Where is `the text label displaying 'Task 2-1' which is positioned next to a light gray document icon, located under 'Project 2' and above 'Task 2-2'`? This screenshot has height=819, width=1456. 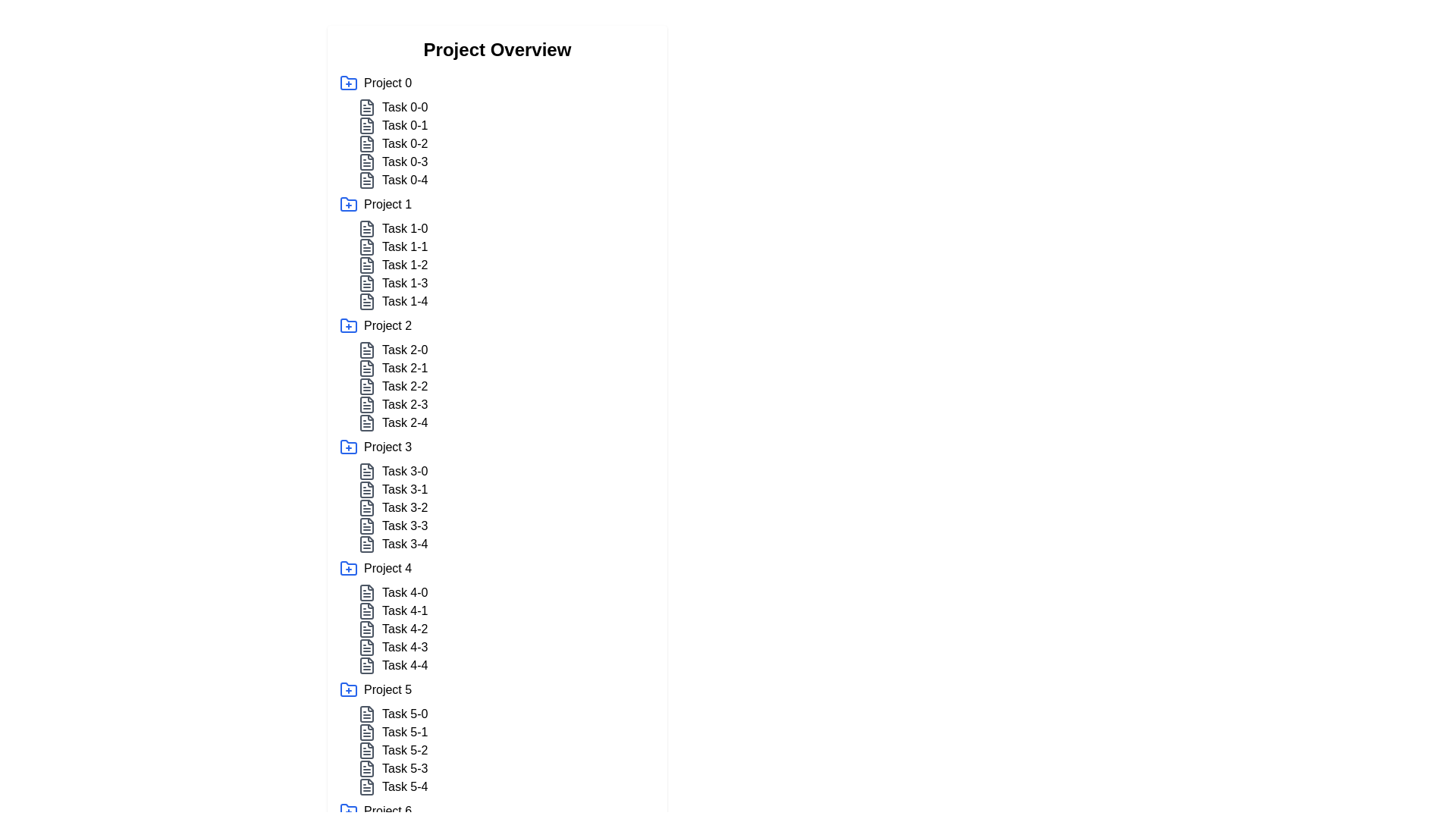 the text label displaying 'Task 2-1' which is positioned next to a light gray document icon, located under 'Project 2' and above 'Task 2-2' is located at coordinates (506, 369).